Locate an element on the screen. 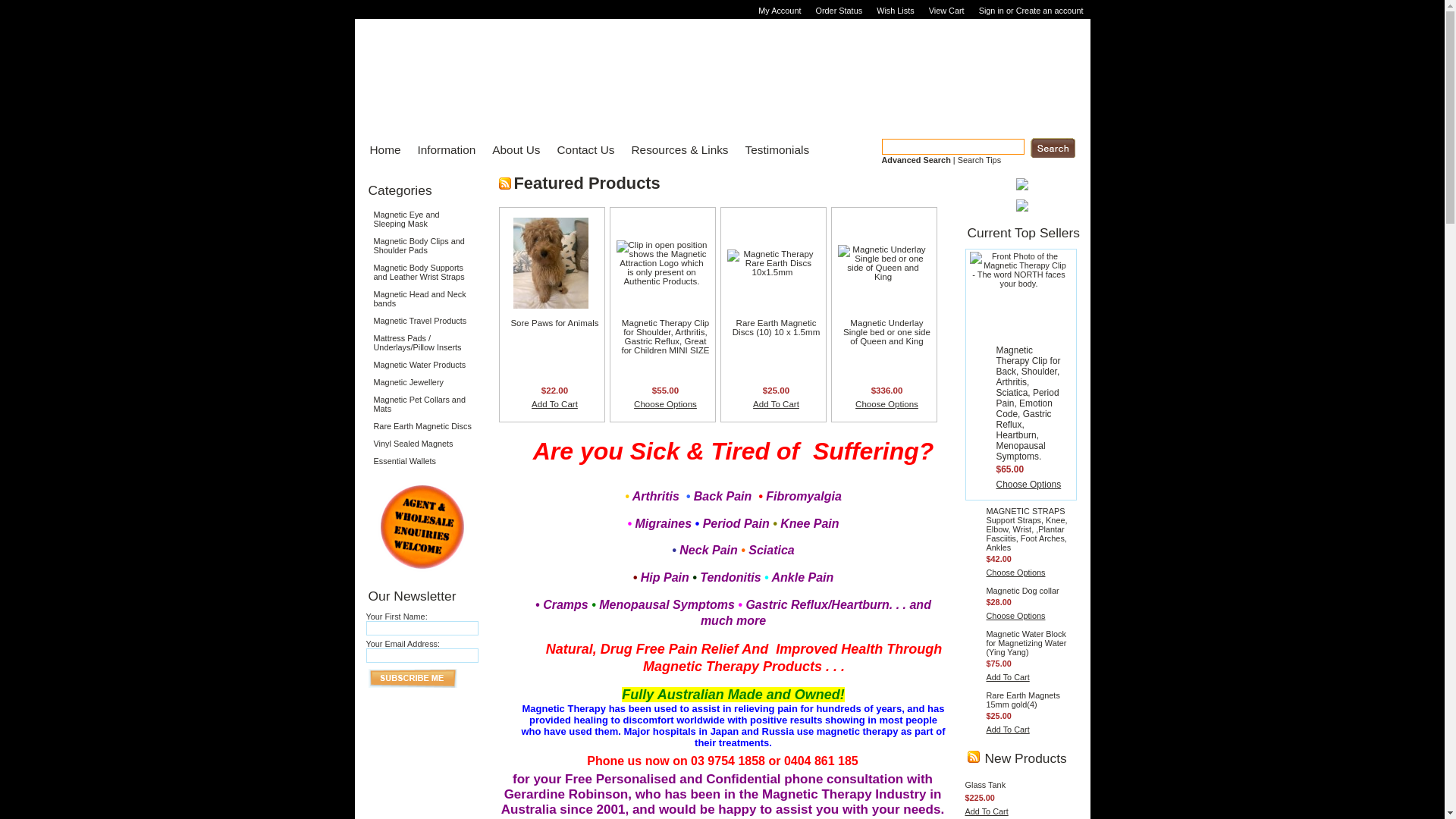 This screenshot has width=1456, height=819. 'Magnetic Eye and Sleeping Mask' is located at coordinates (365, 219).